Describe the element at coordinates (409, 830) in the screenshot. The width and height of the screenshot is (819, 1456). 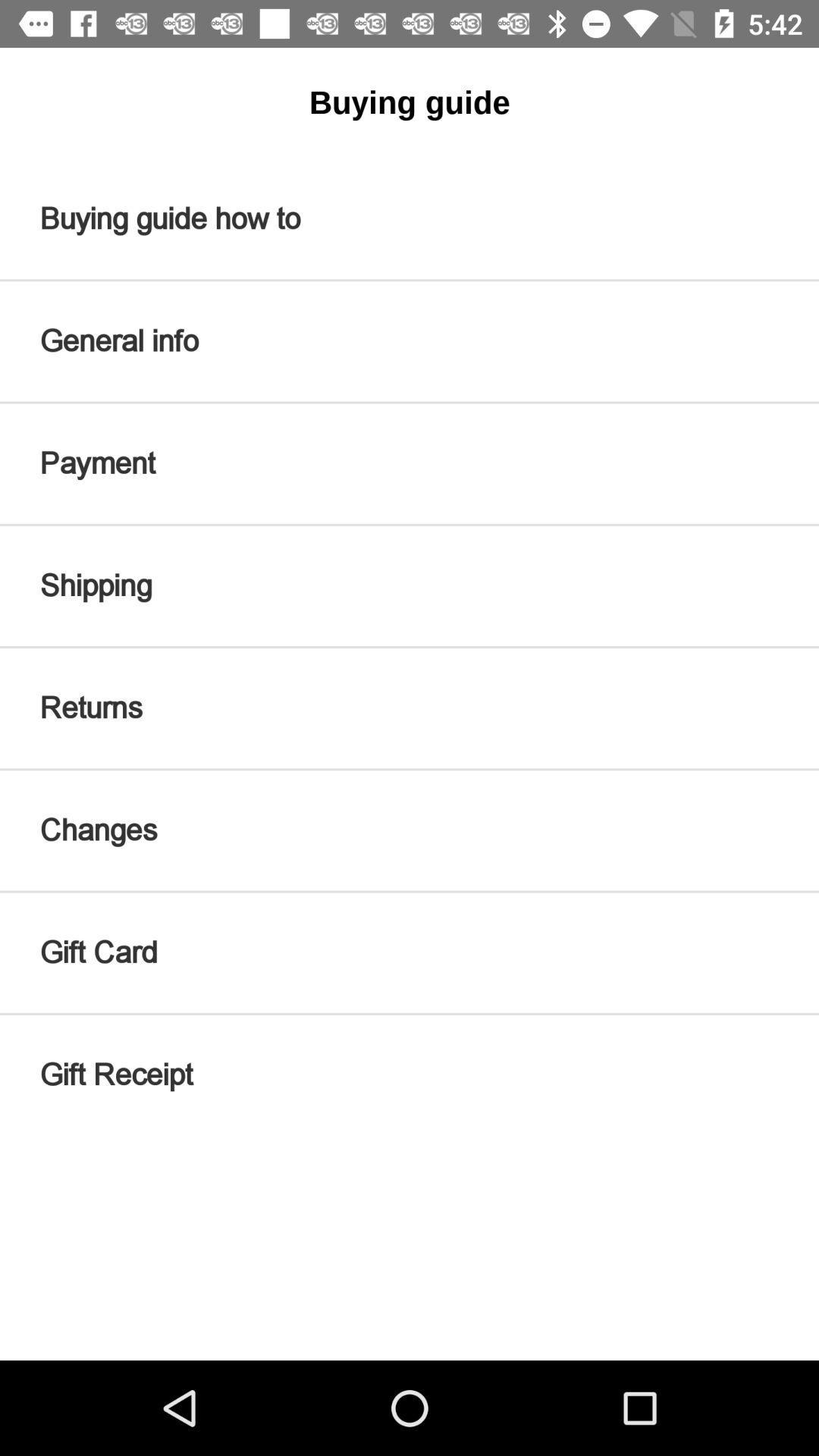
I see `the changes item` at that location.